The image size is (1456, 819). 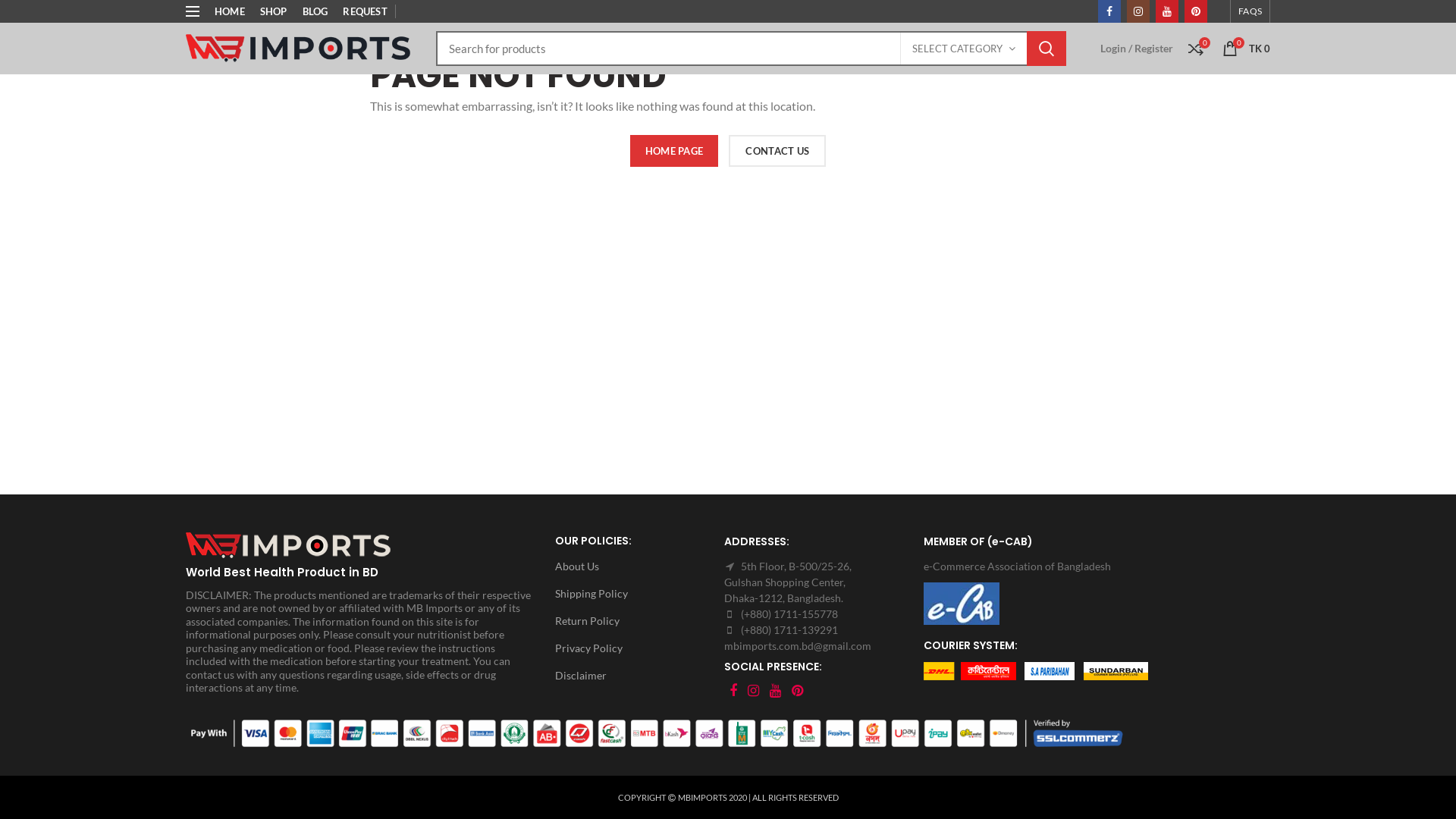 I want to click on 'About Us', so click(x=635, y=566).